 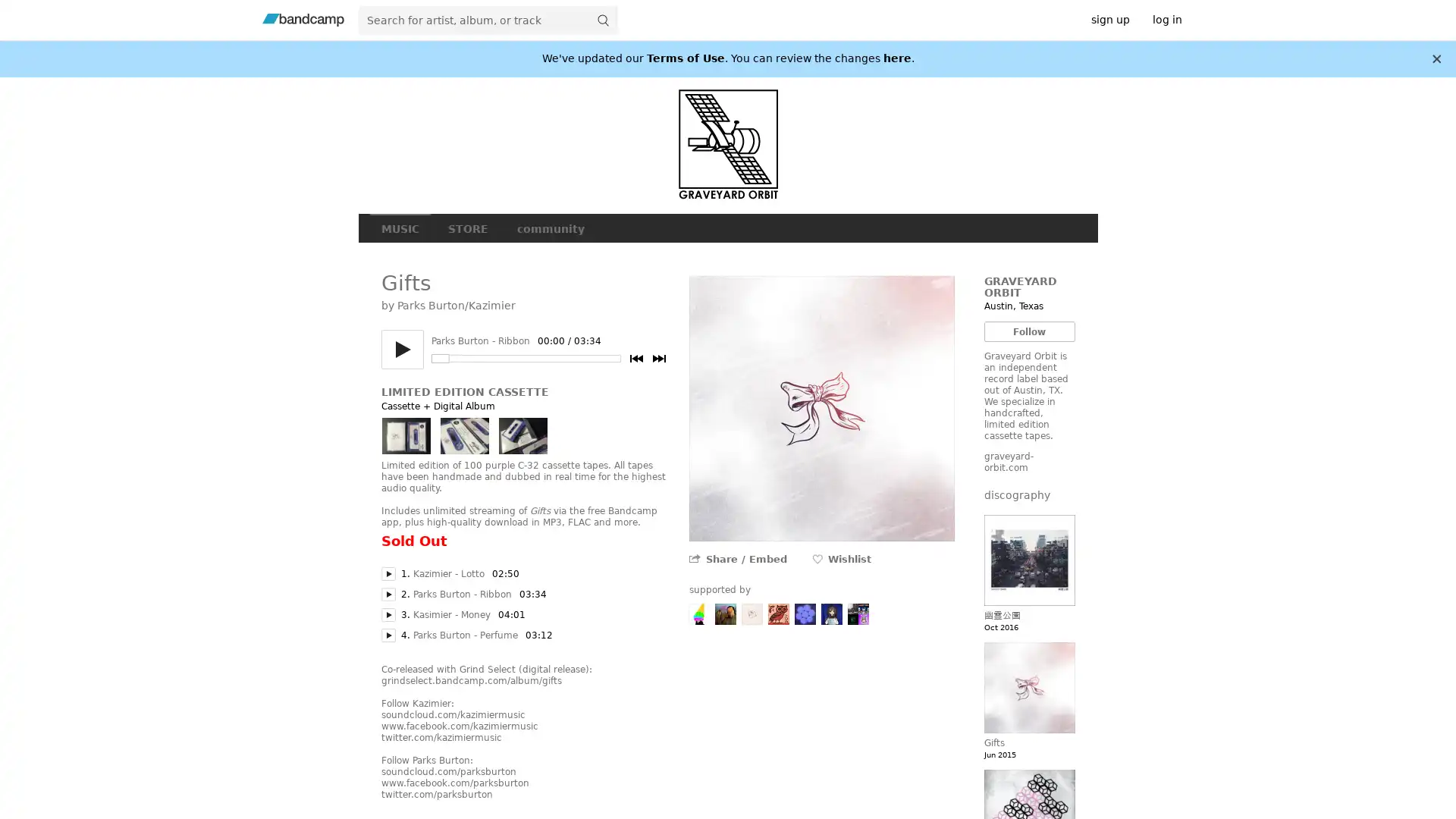 What do you see at coordinates (388, 614) in the screenshot?
I see `Play Kasimier - Money` at bounding box center [388, 614].